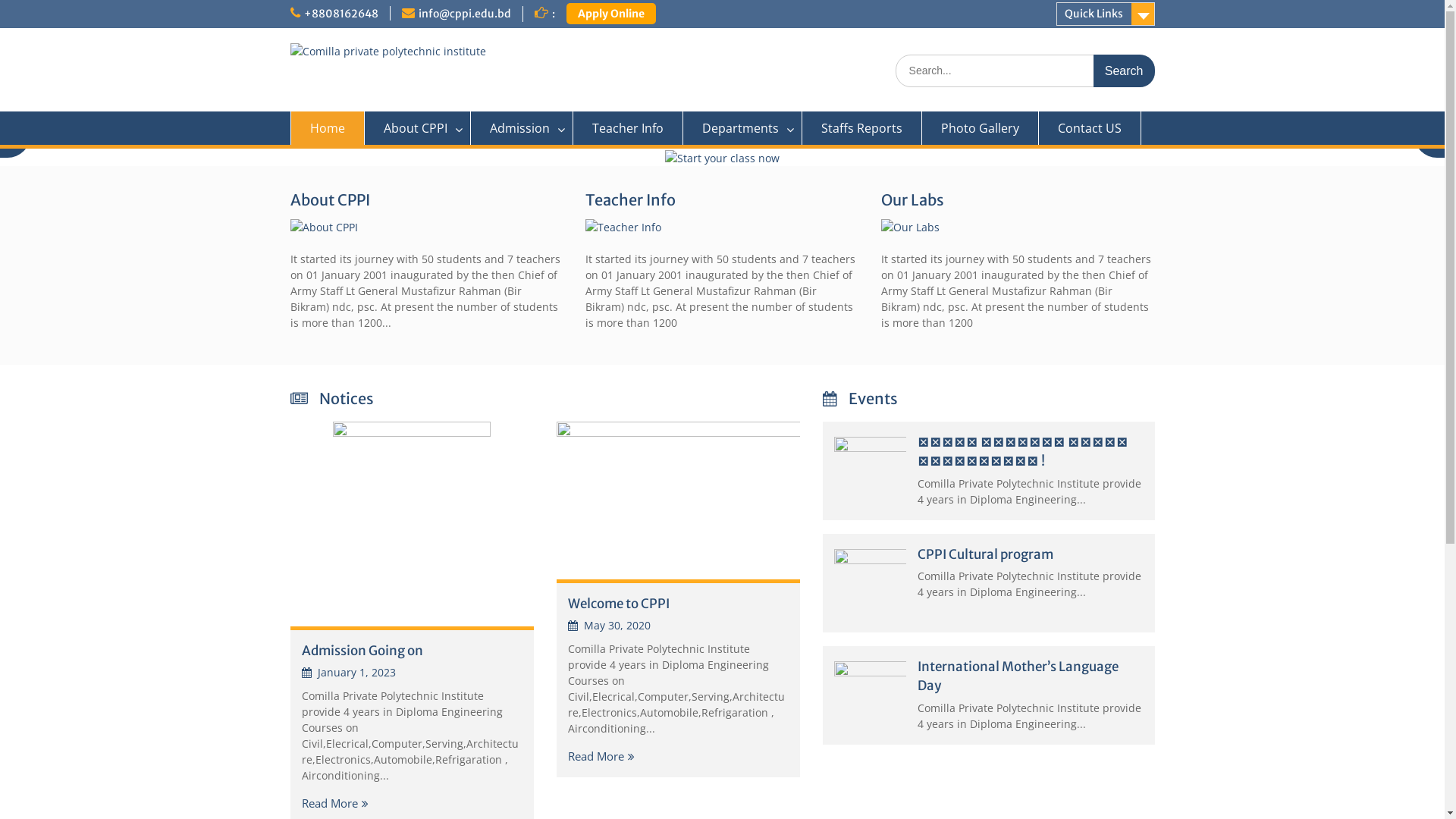 This screenshot has width=1456, height=819. I want to click on 'Admission Going on', so click(362, 649).